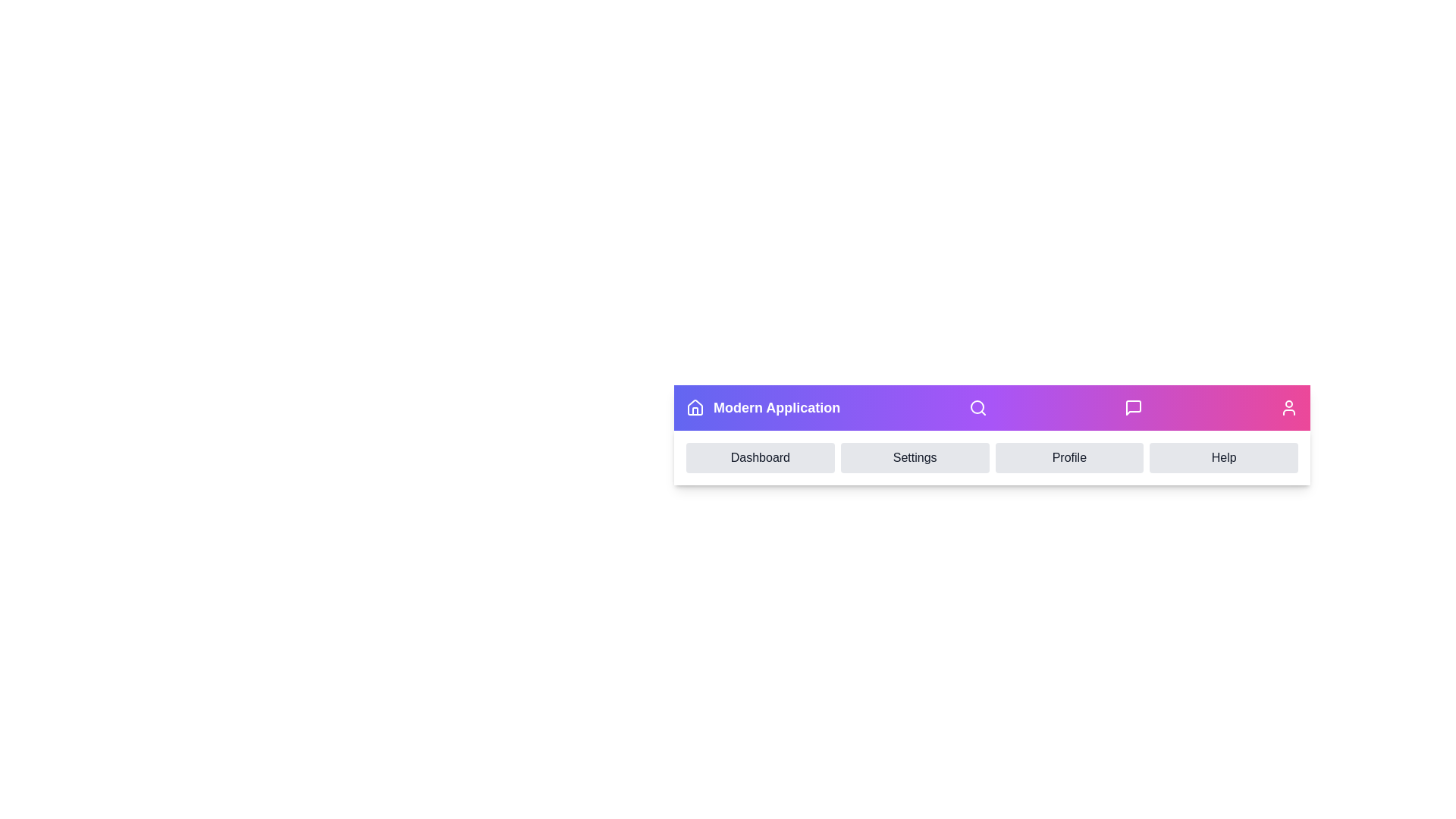  I want to click on the menu item Settings to observe its hover effect, so click(914, 457).